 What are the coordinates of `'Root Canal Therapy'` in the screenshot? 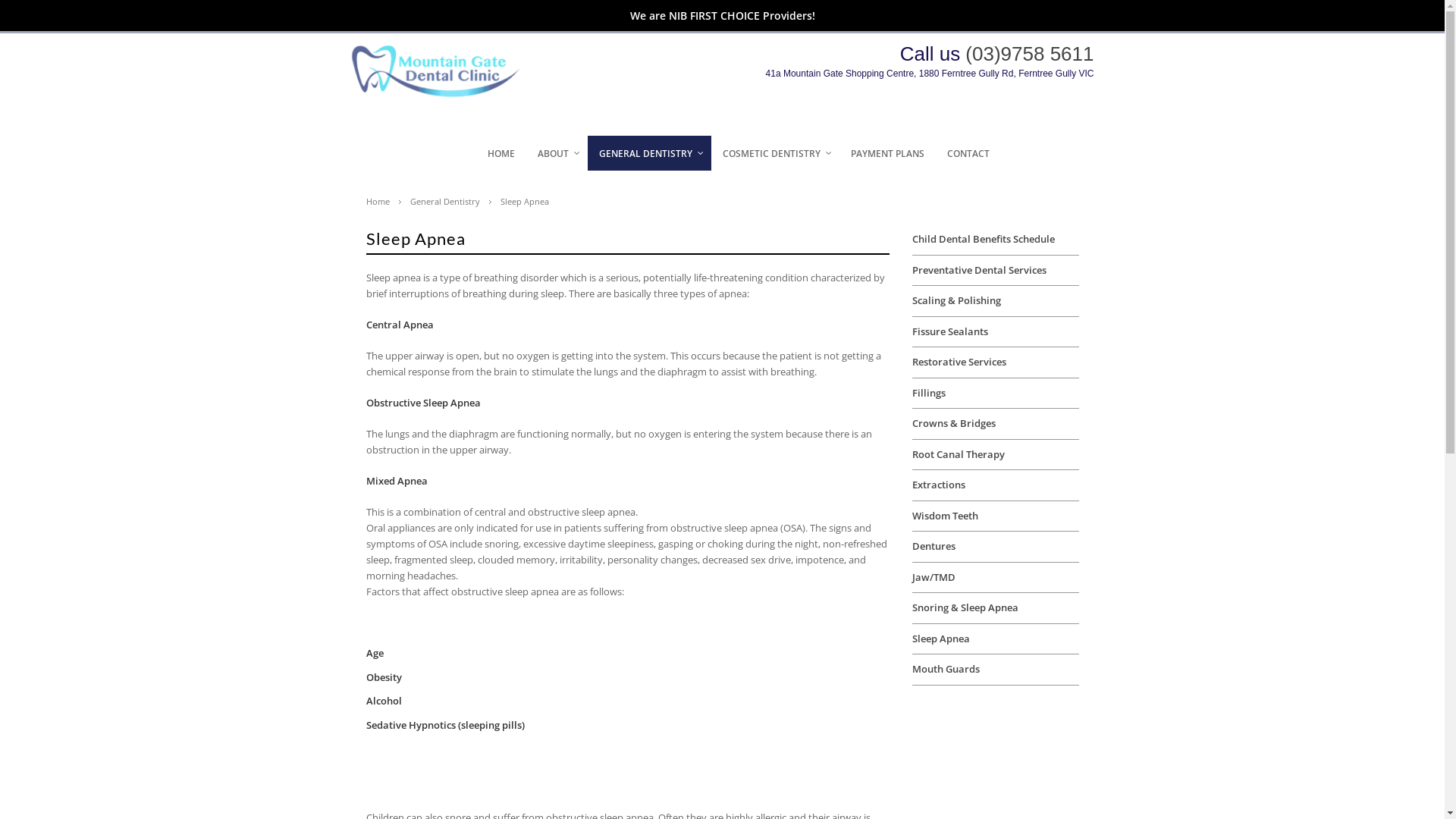 It's located at (956, 453).